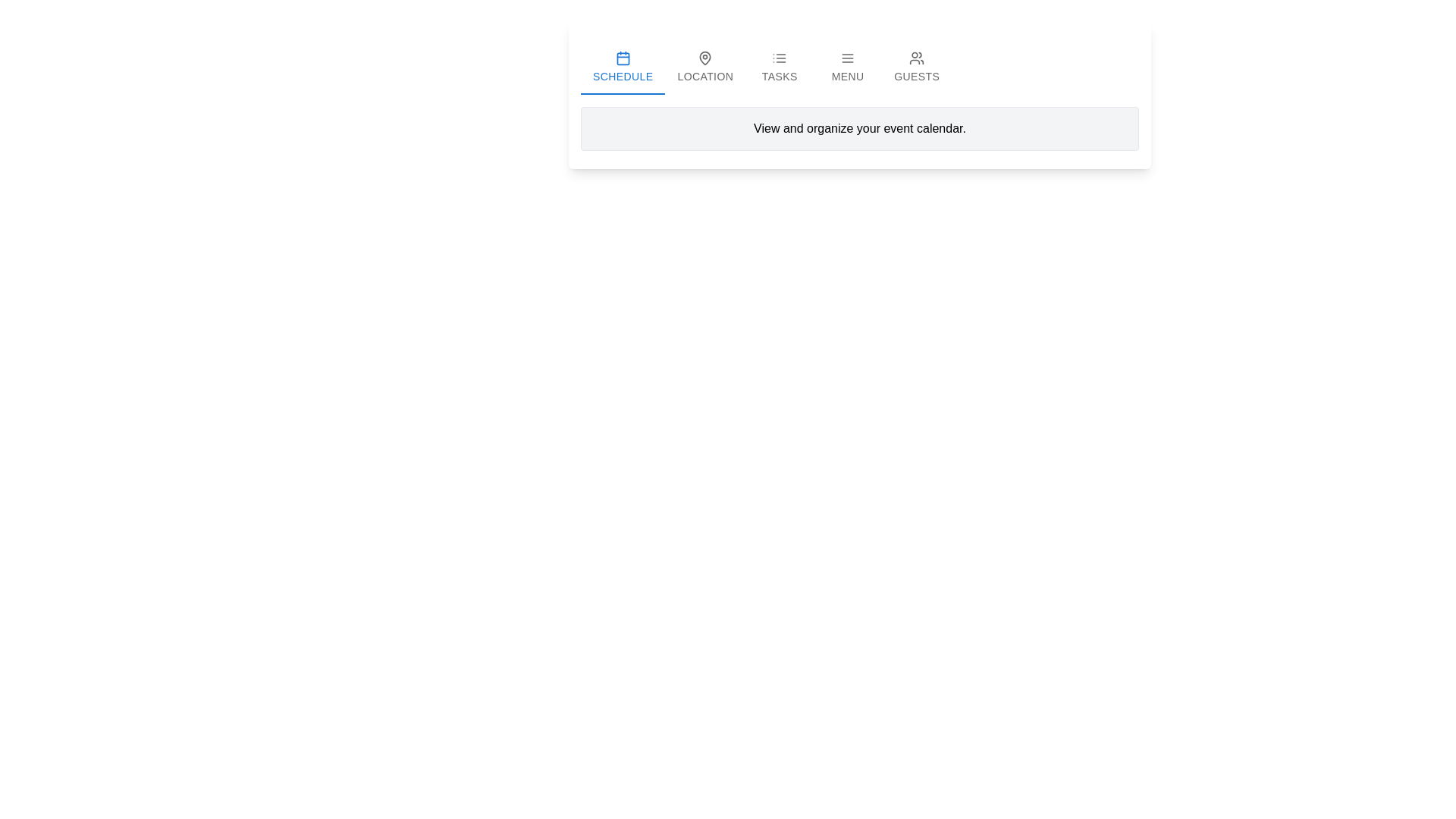 Image resolution: width=1456 pixels, height=819 pixels. I want to click on the 'Menu' tab button, which features an icon of three horizontal lines above the uppercase text 'Menu', so click(847, 66).